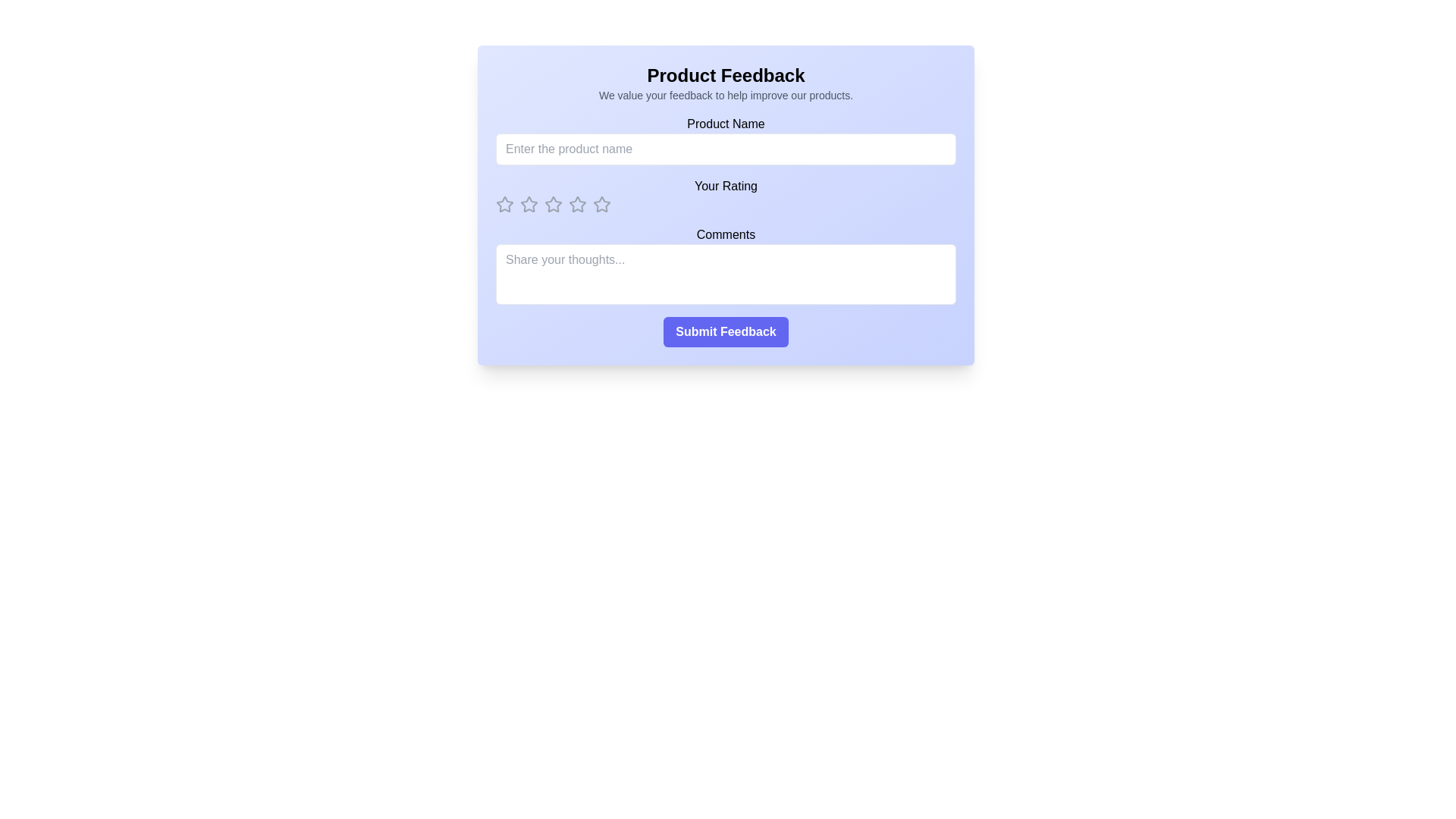 The width and height of the screenshot is (1456, 819). Describe the element at coordinates (725, 234) in the screenshot. I see `text label displaying 'Comments' located at the top of the form layout, above the textarea field` at that location.